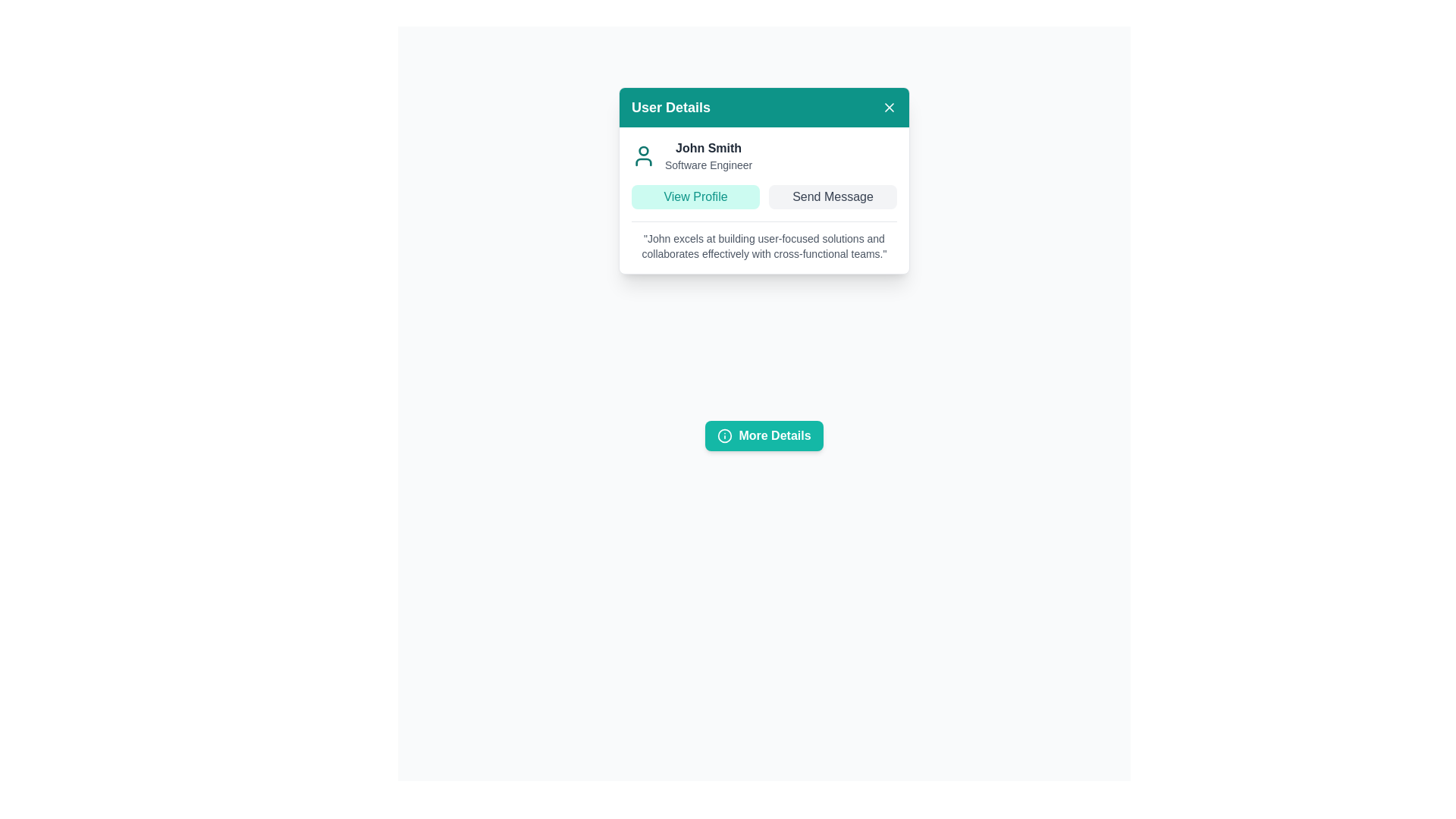 The height and width of the screenshot is (819, 1456). I want to click on the close icon located at the top-right corner of the 'User Details' card to dismiss the popup, so click(889, 107).